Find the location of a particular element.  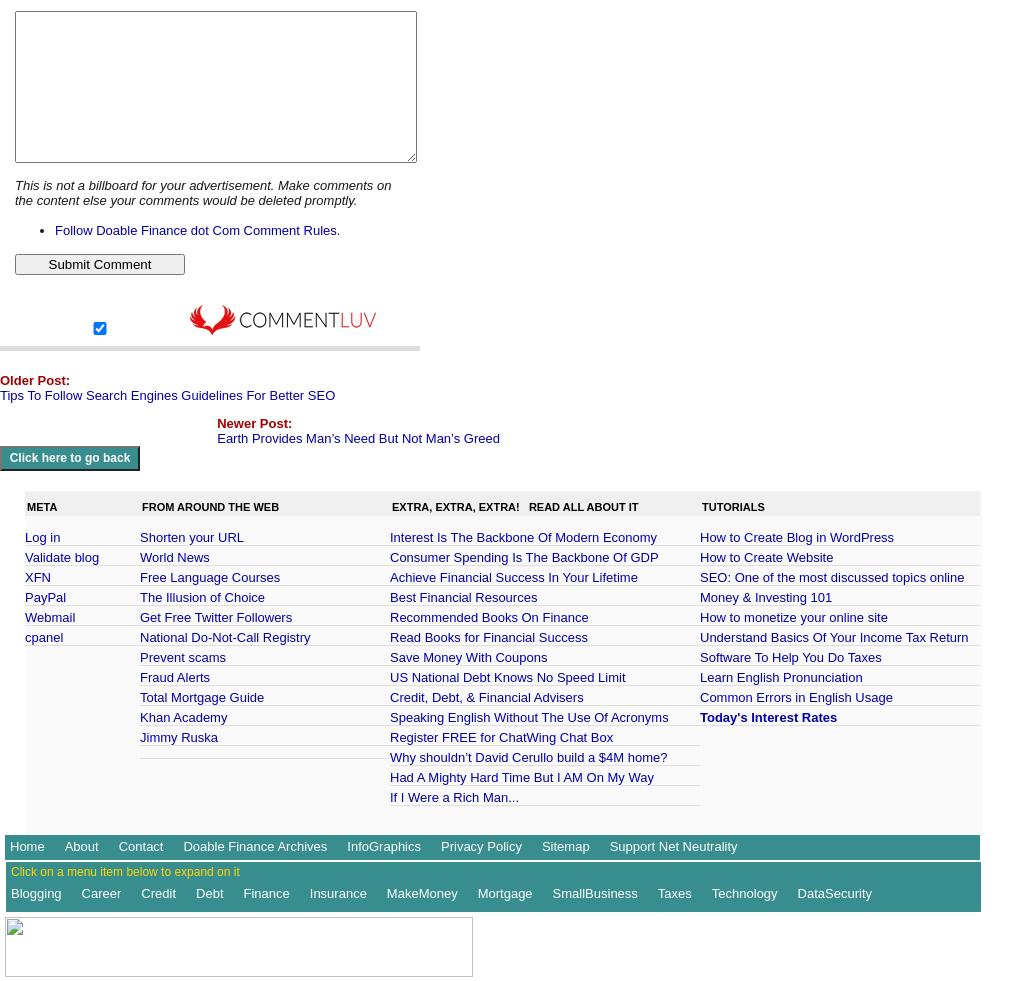

'About' is located at coordinates (80, 845).